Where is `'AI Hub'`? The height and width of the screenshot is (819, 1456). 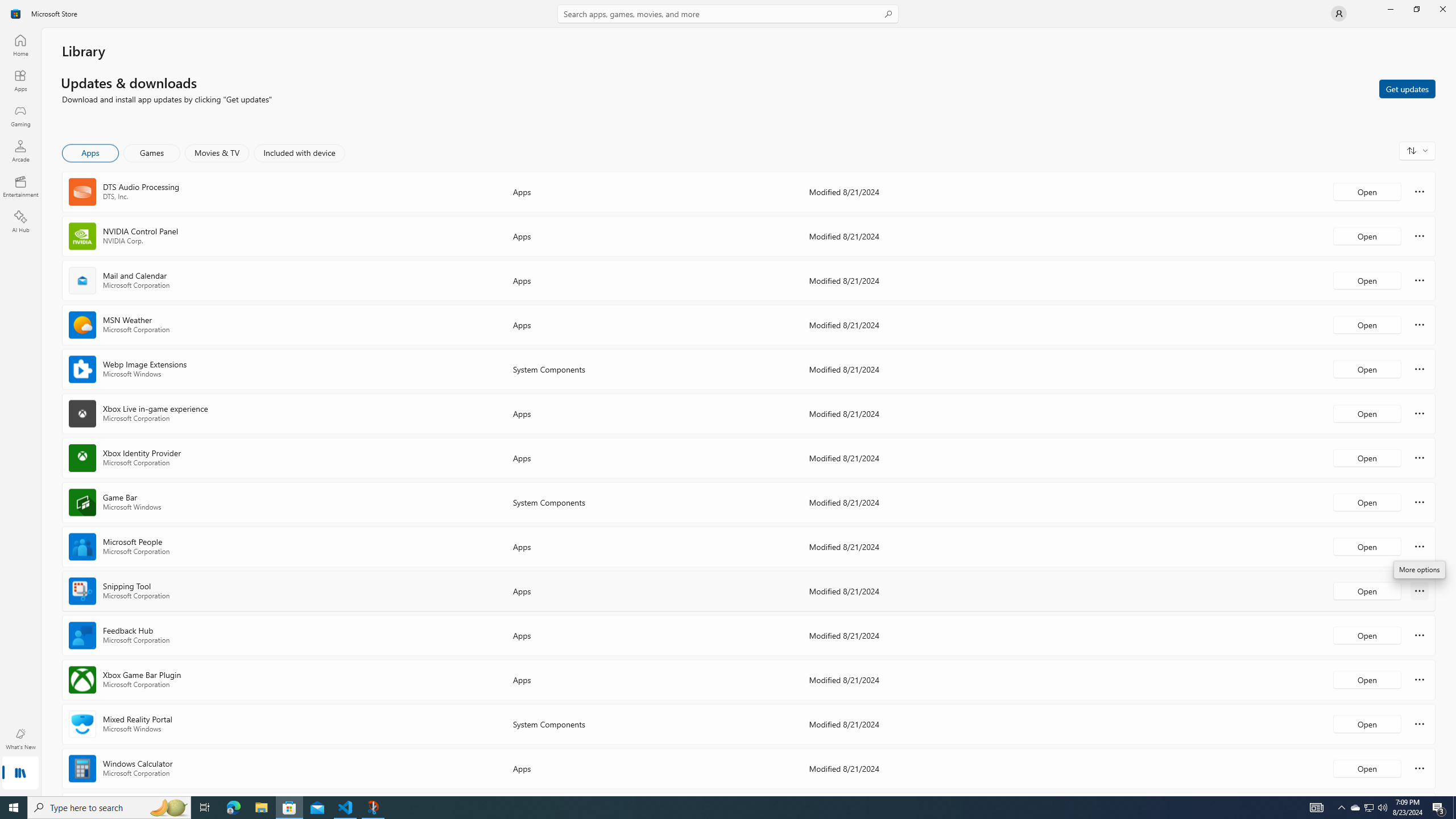
'AI Hub' is located at coordinates (19, 221).